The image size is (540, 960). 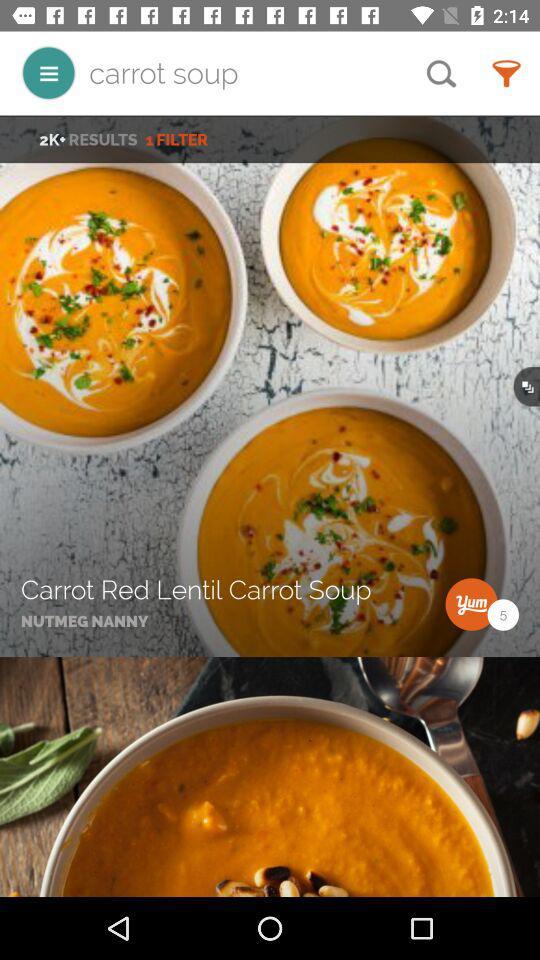 What do you see at coordinates (48, 73) in the screenshot?
I see `this will open the options menu` at bounding box center [48, 73].